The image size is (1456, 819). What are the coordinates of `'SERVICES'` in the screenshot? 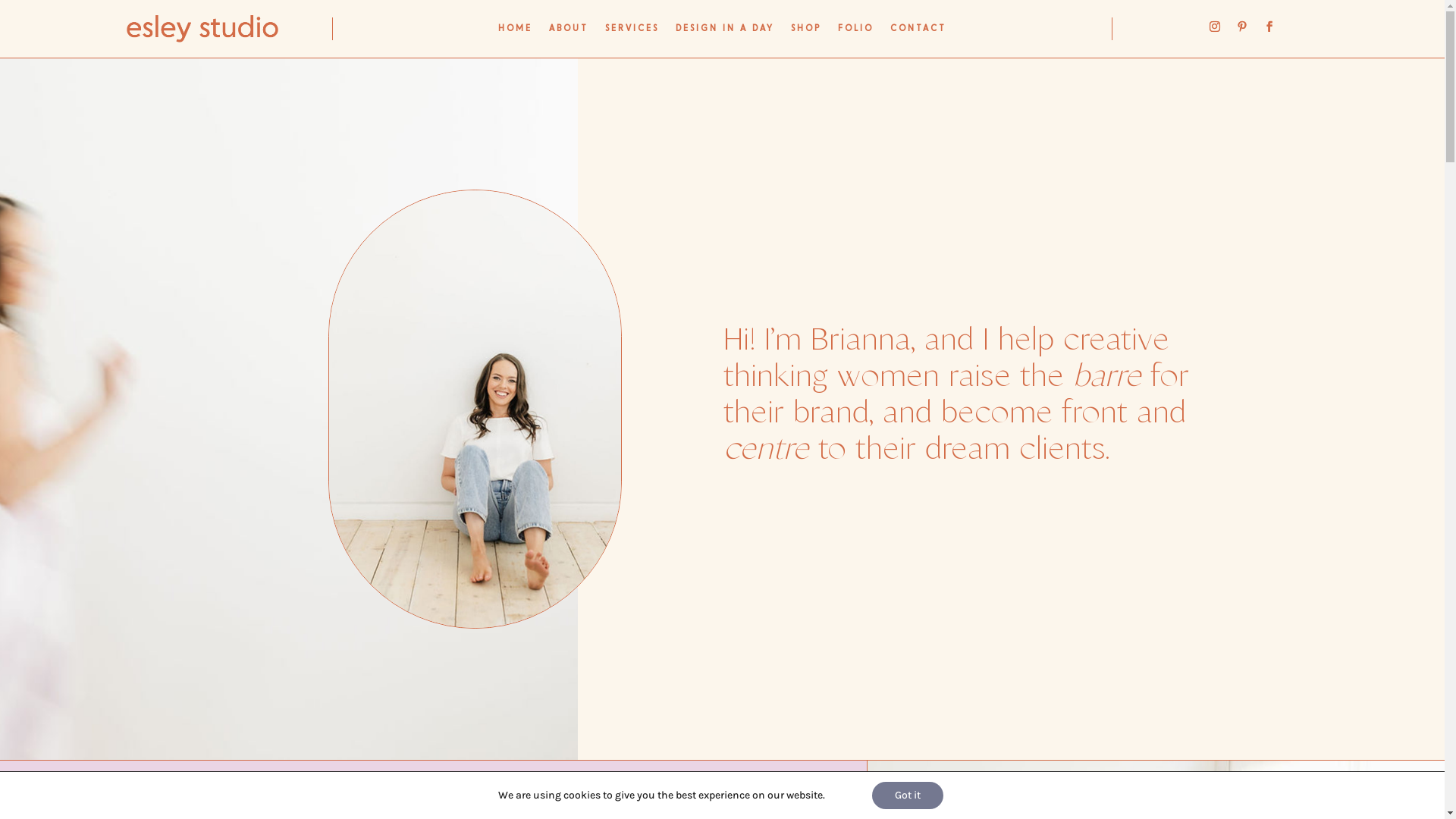 It's located at (632, 32).